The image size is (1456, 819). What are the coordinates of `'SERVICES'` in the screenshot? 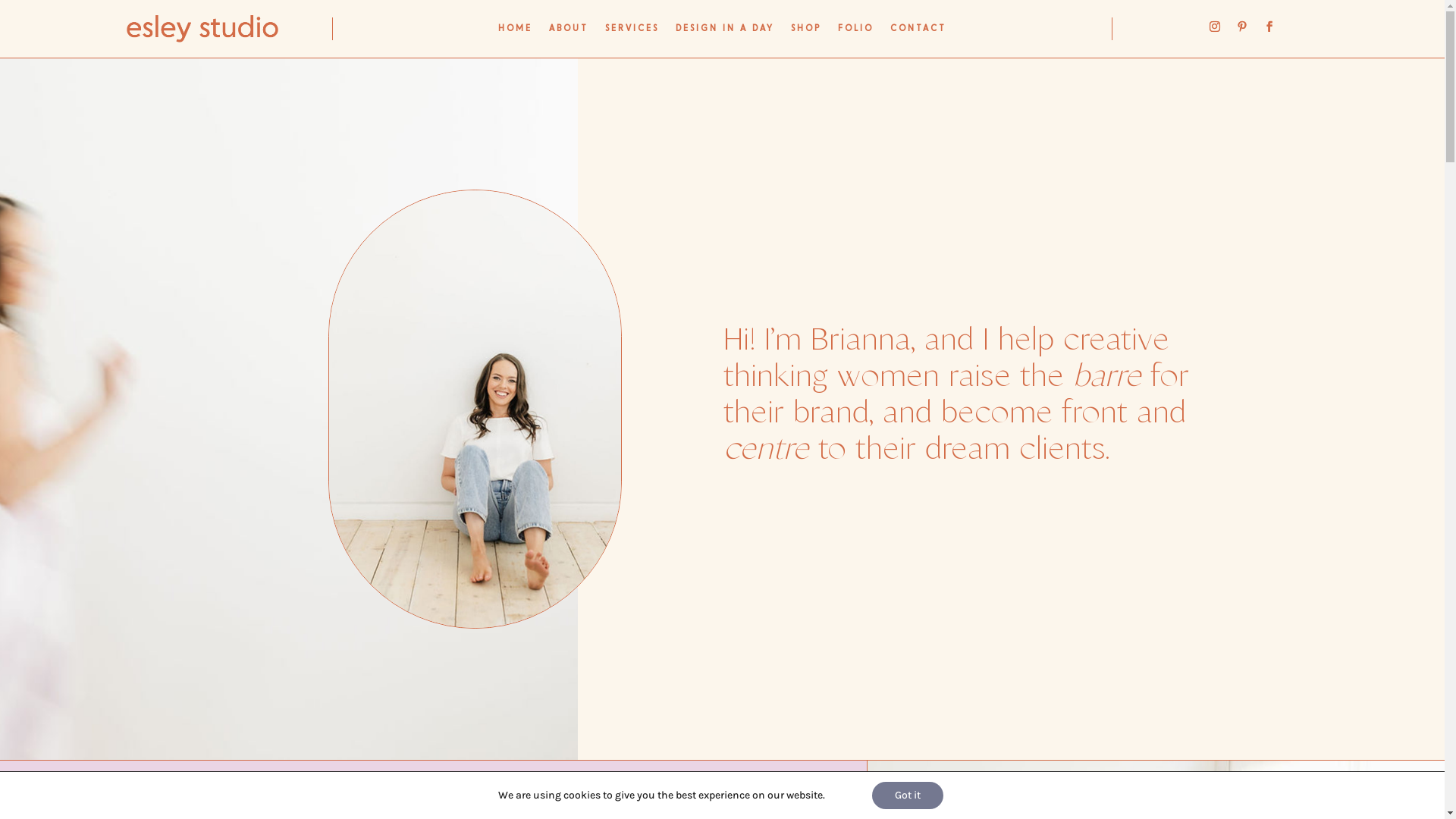 It's located at (632, 32).